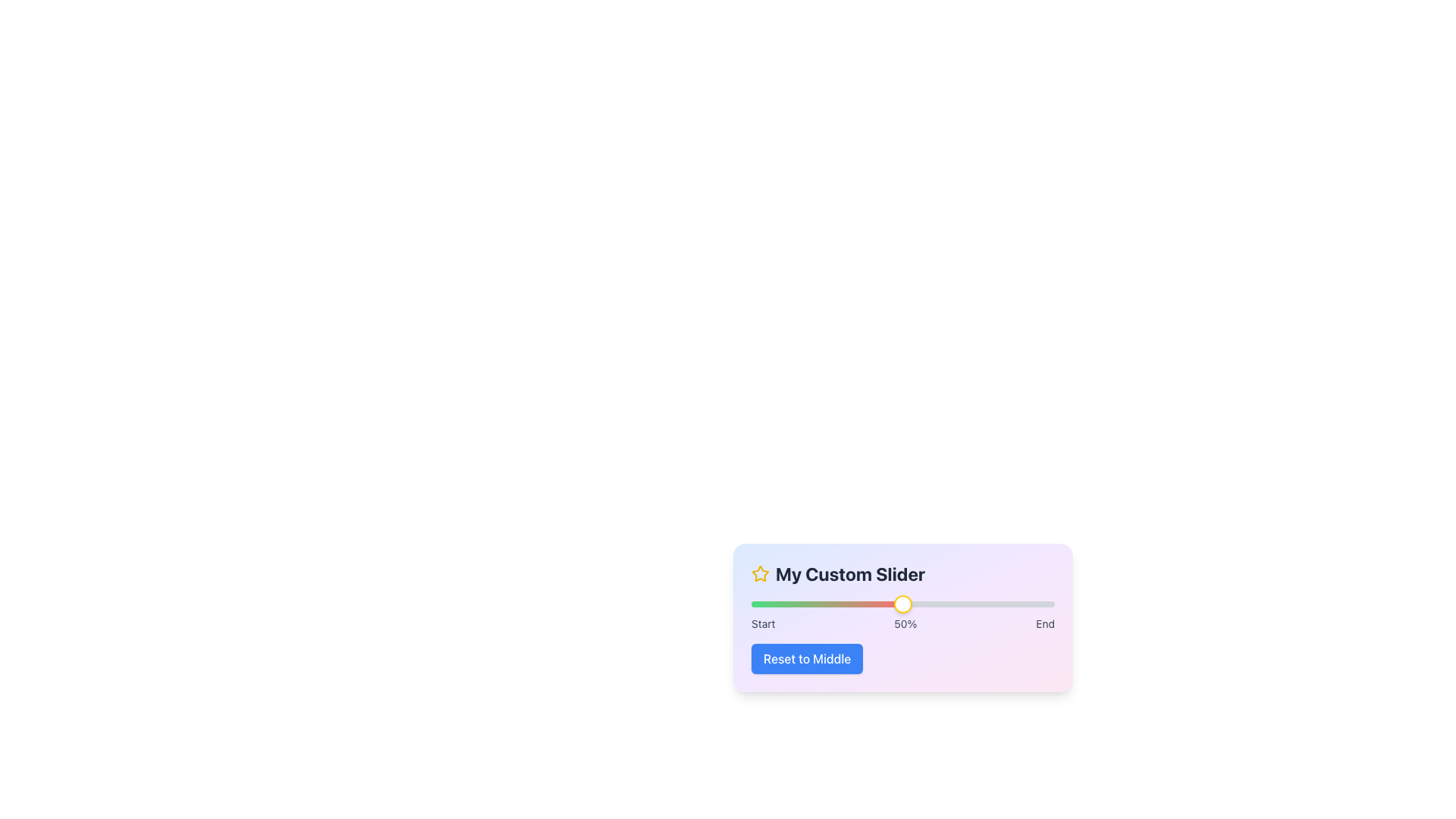 The height and width of the screenshot is (819, 1456). Describe the element at coordinates (960, 604) in the screenshot. I see `the slider` at that location.